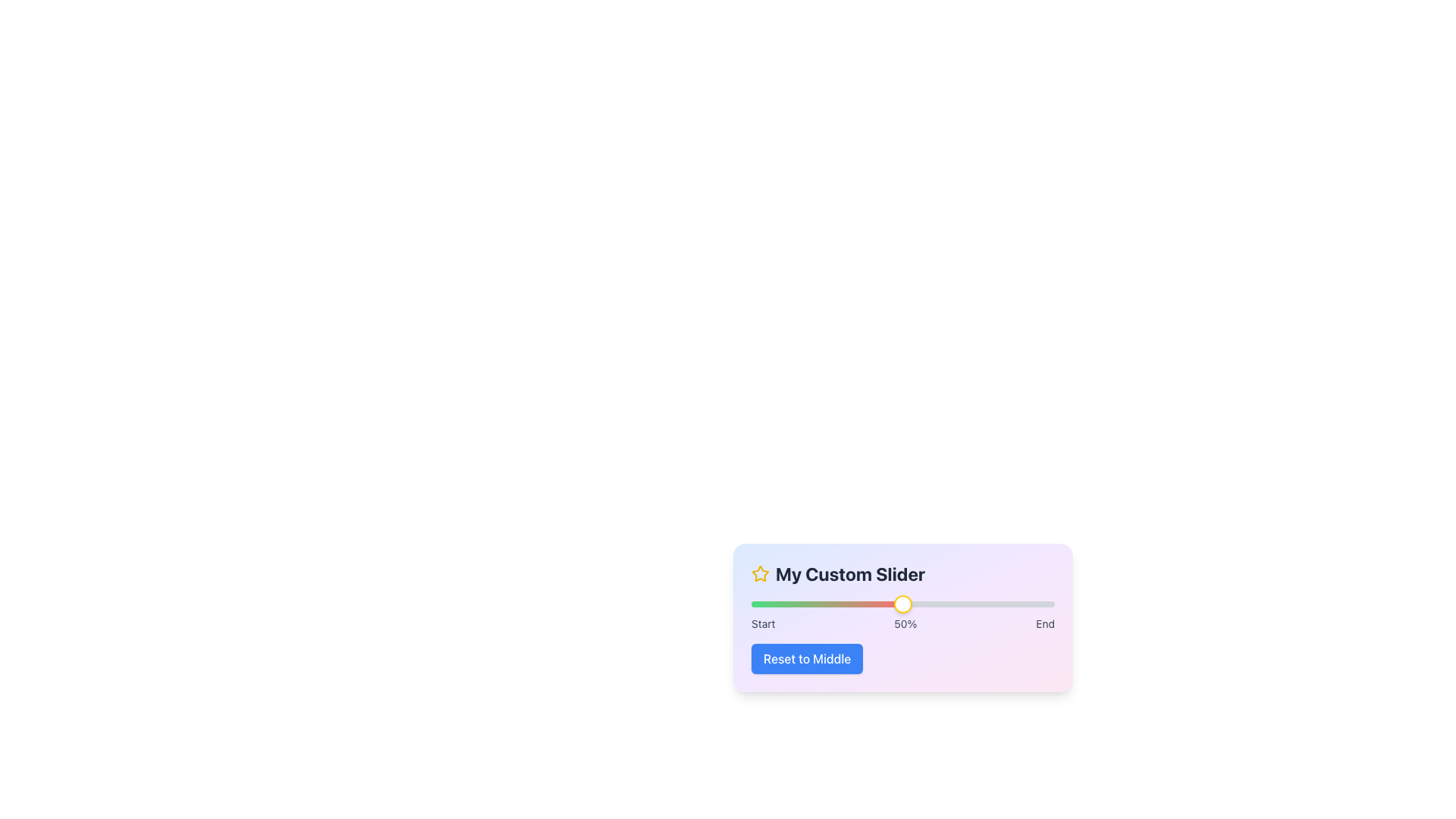 The height and width of the screenshot is (819, 1456). Describe the element at coordinates (960, 604) in the screenshot. I see `the slider` at that location.